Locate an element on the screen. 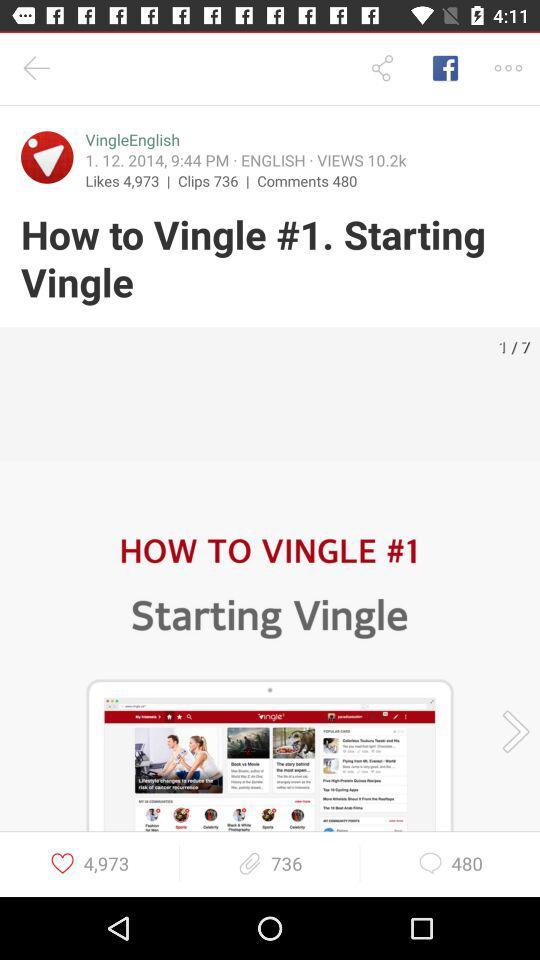 Image resolution: width=540 pixels, height=960 pixels. facebook icon at the top is located at coordinates (445, 68).